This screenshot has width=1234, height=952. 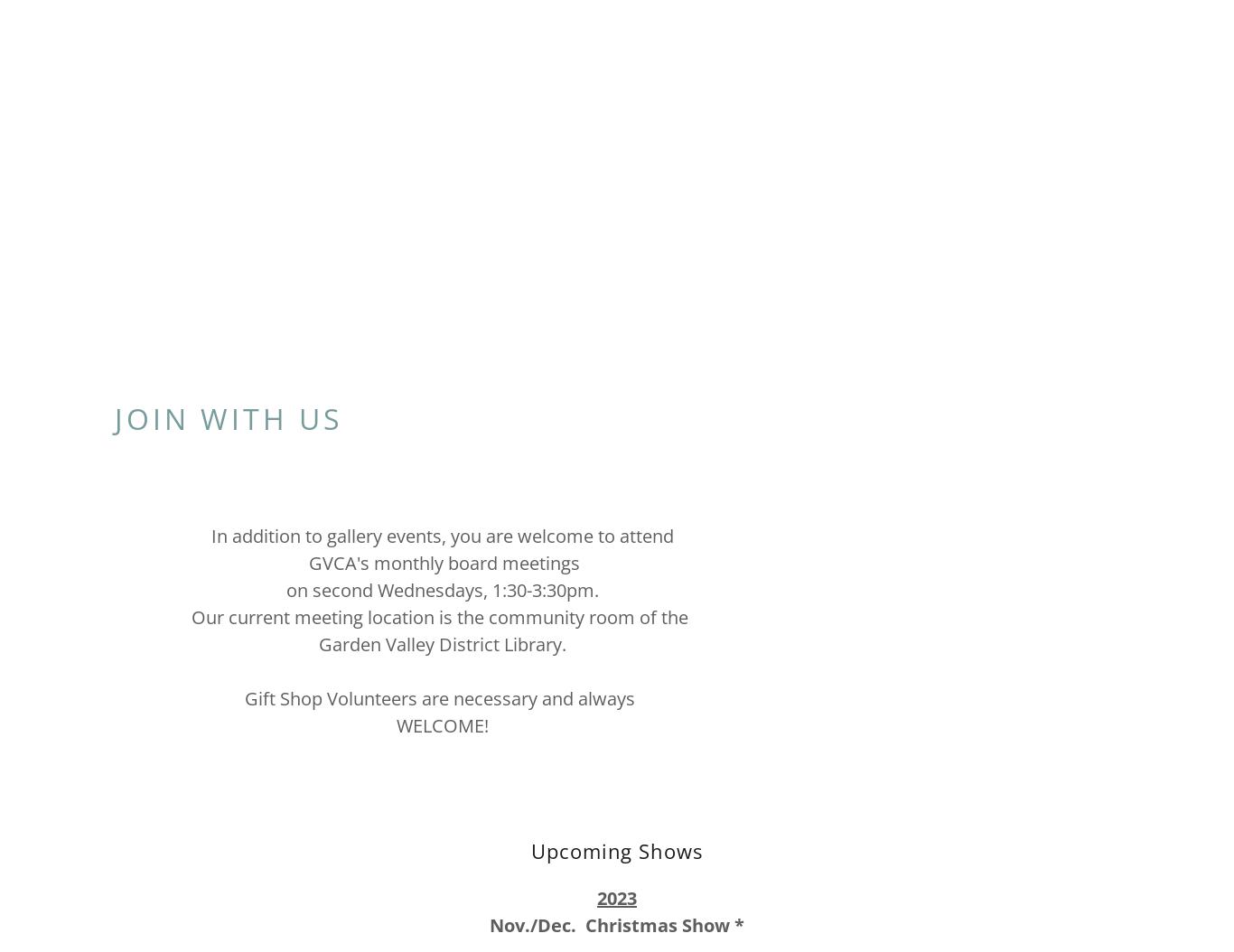 What do you see at coordinates (617, 898) in the screenshot?
I see `'2023'` at bounding box center [617, 898].